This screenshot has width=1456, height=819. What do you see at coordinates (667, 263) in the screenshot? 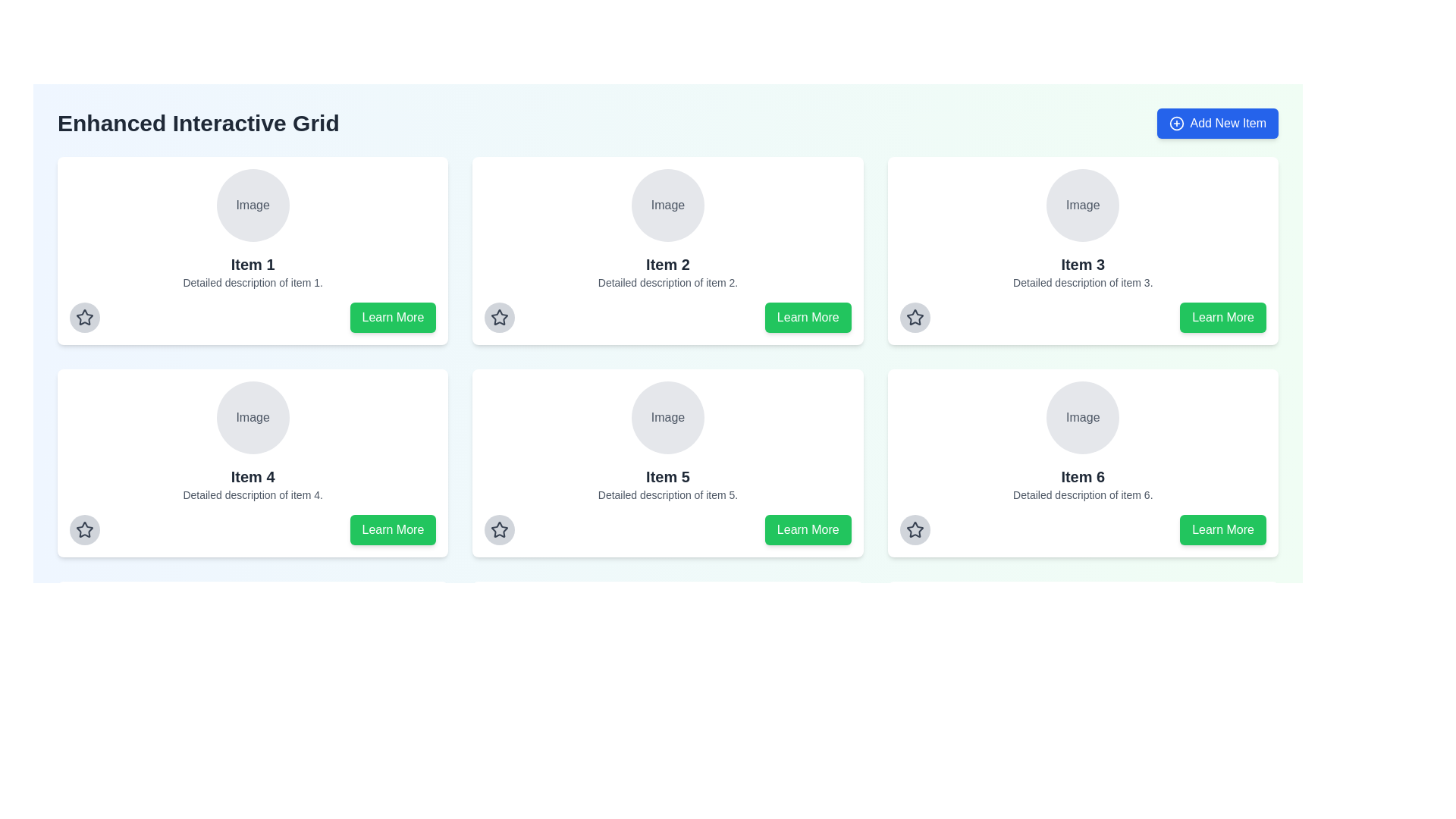
I see `text content of the Text label located as the first item's title in the second row of a grid layout, positioned below an image and above descriptive details` at bounding box center [667, 263].